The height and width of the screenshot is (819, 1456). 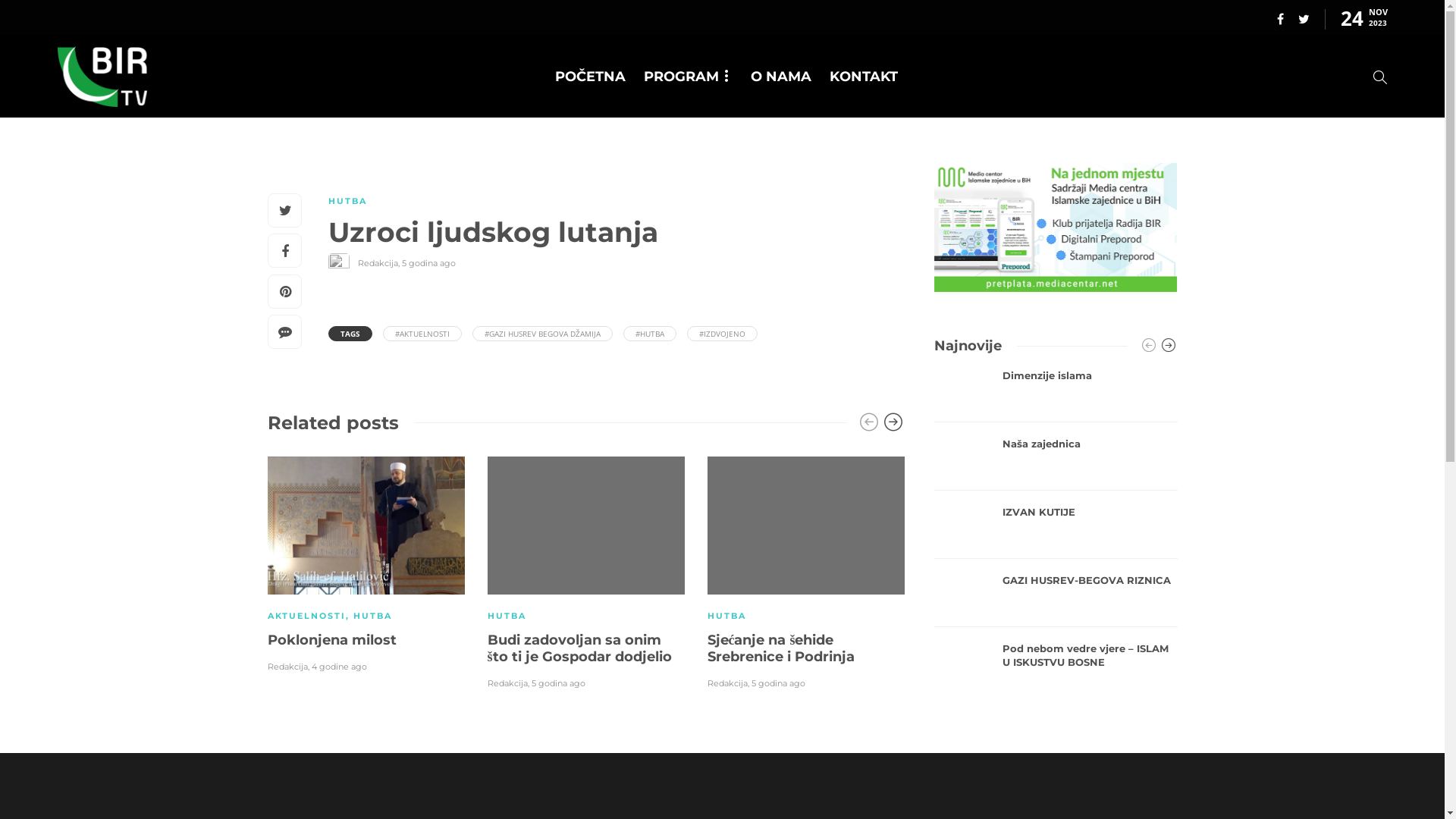 What do you see at coordinates (348, 332) in the screenshot?
I see `'TAGS'` at bounding box center [348, 332].